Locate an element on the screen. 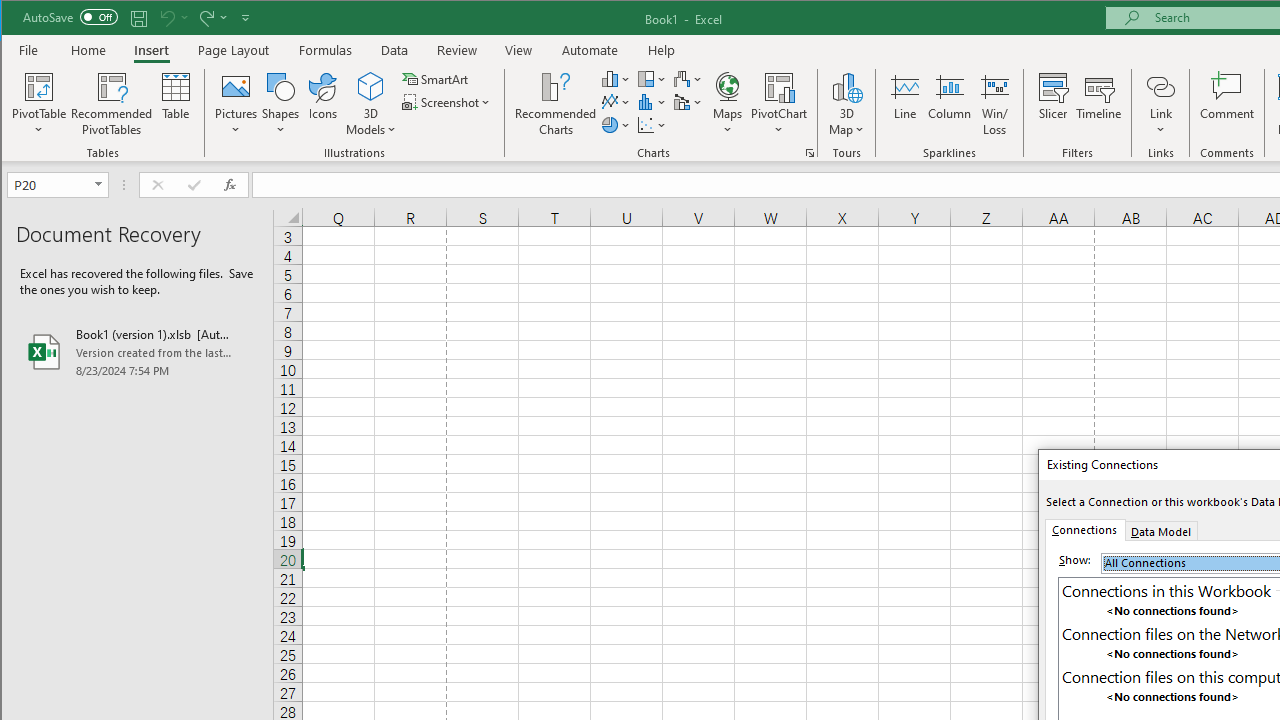  'Insert Pie or Doughnut Chart' is located at coordinates (615, 125).